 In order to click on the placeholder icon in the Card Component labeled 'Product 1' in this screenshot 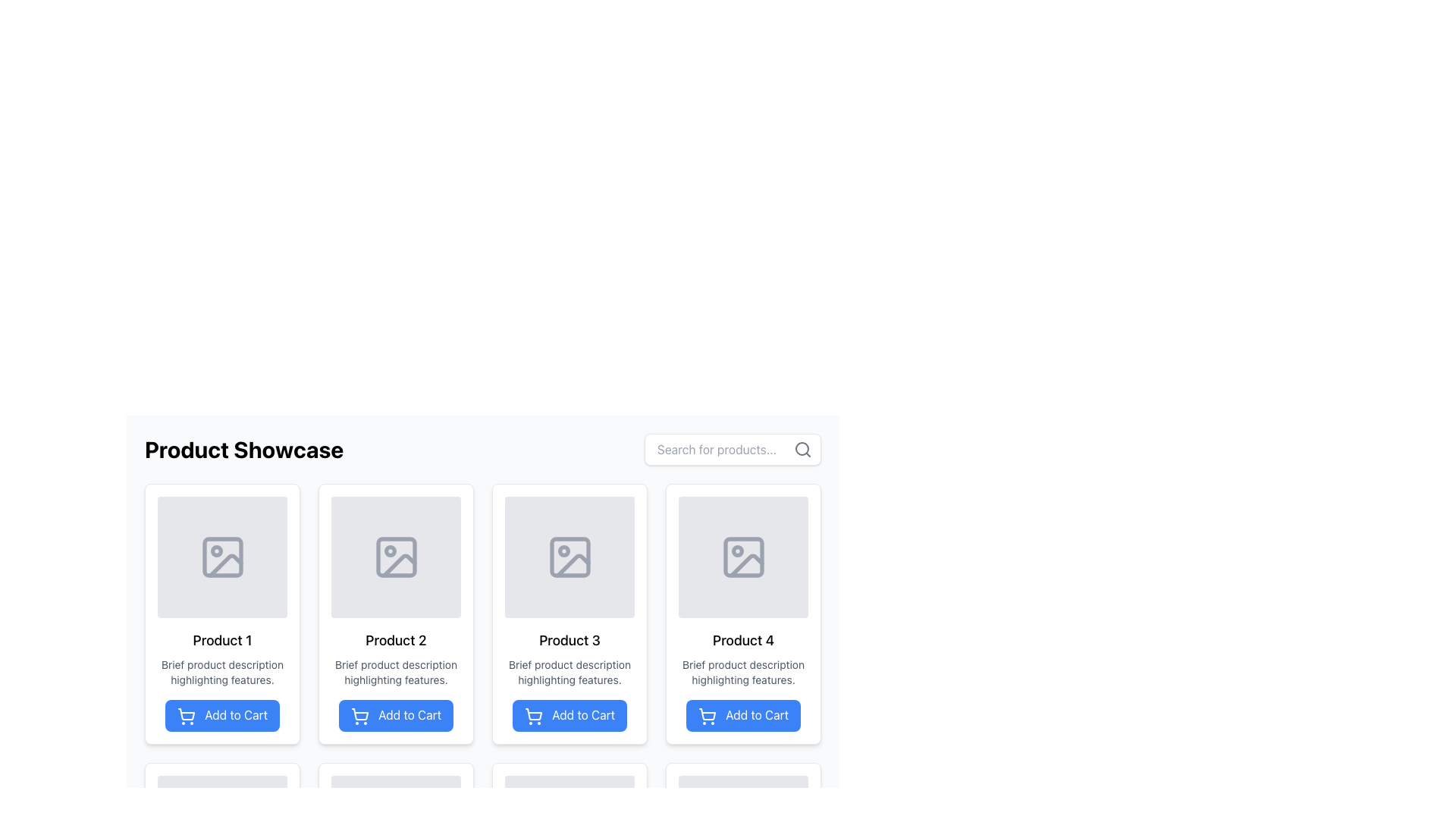, I will do `click(221, 613)`.